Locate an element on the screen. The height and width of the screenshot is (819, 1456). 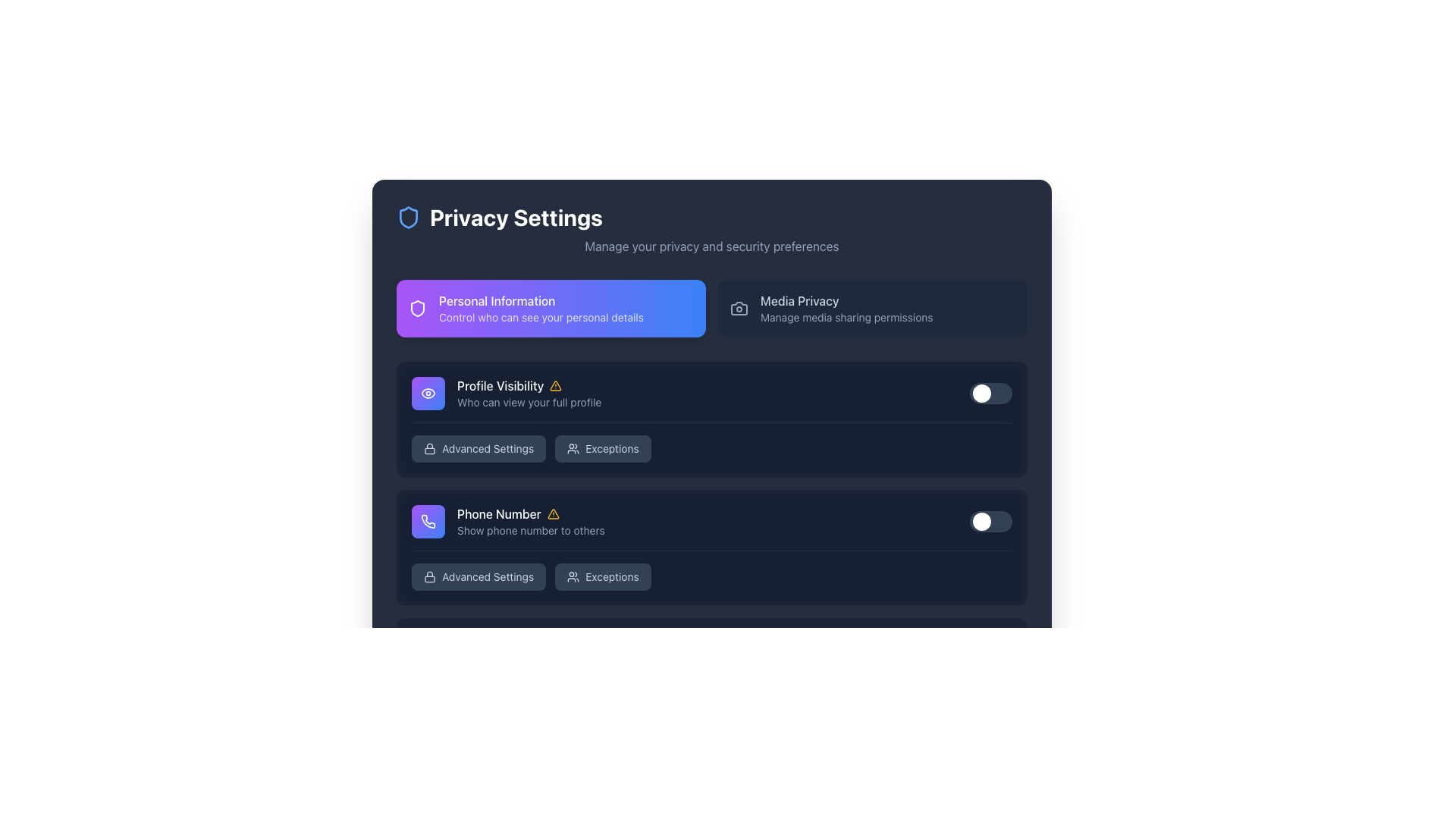
the 'Media Privacy' text block with the camera icon, which is the second item in the row at the top of the interface is located at coordinates (846, 308).